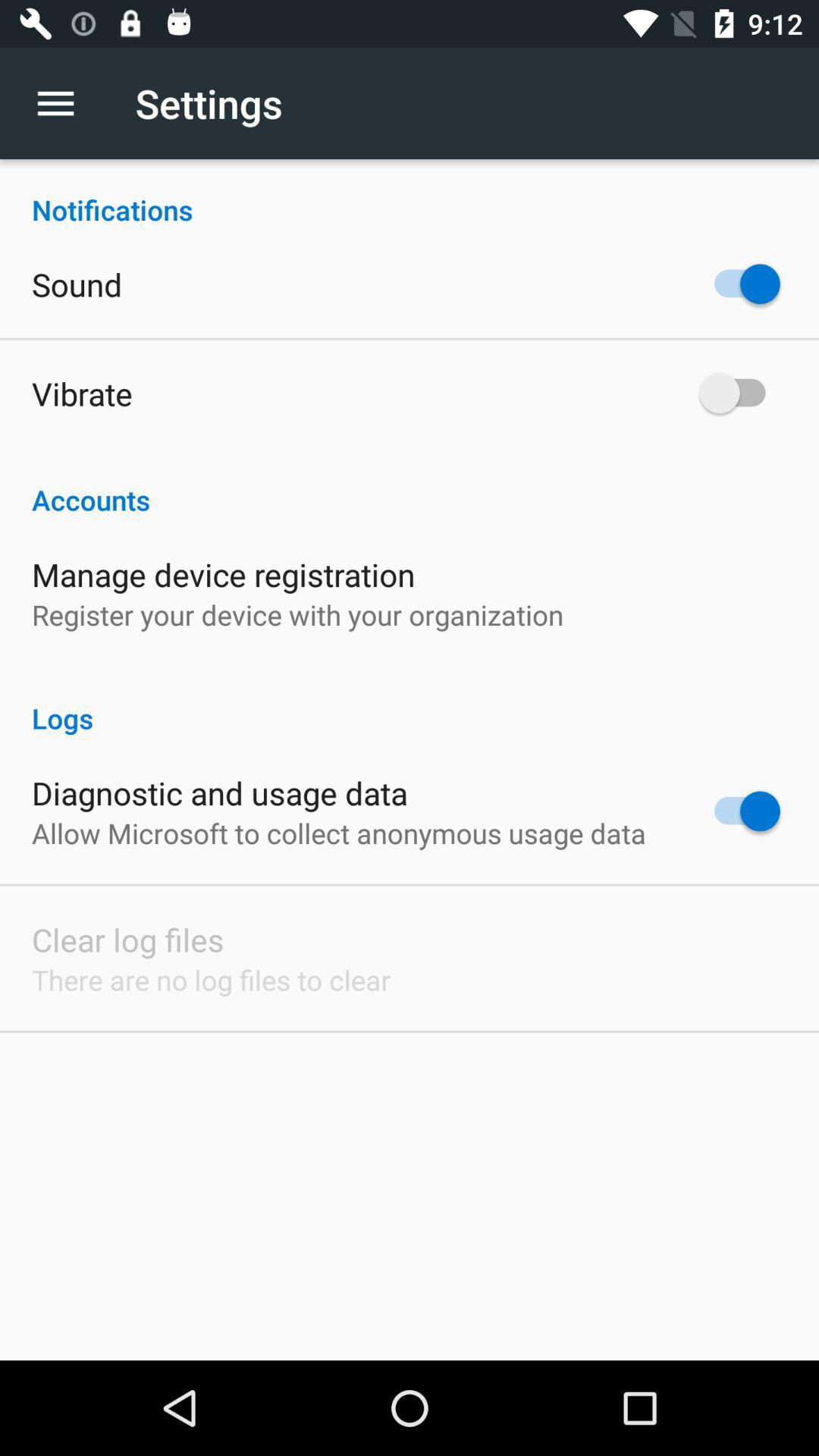  I want to click on allow microsoft to app, so click(338, 832).